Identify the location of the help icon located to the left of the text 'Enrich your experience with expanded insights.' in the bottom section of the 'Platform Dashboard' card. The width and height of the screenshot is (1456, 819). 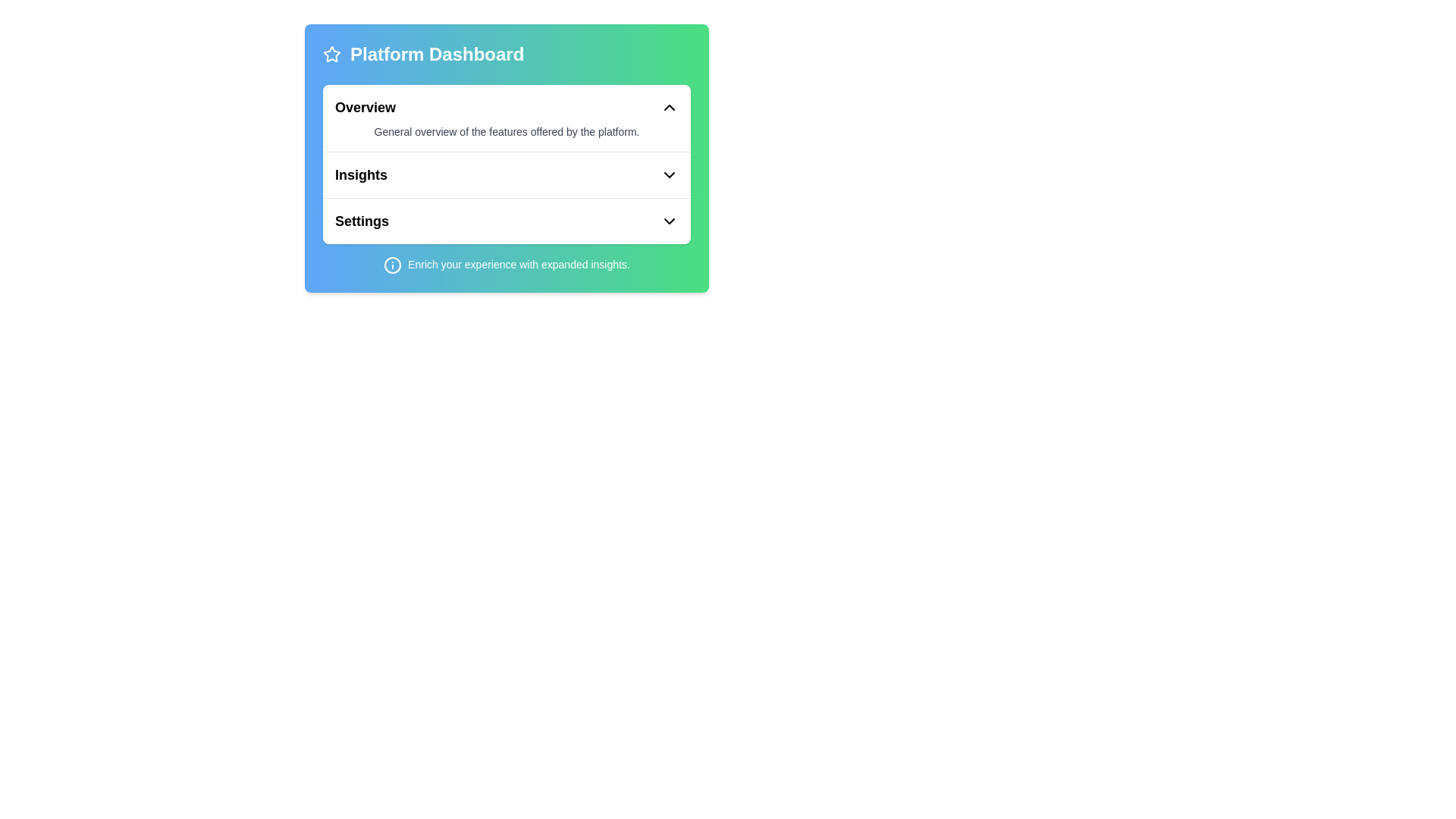
(393, 265).